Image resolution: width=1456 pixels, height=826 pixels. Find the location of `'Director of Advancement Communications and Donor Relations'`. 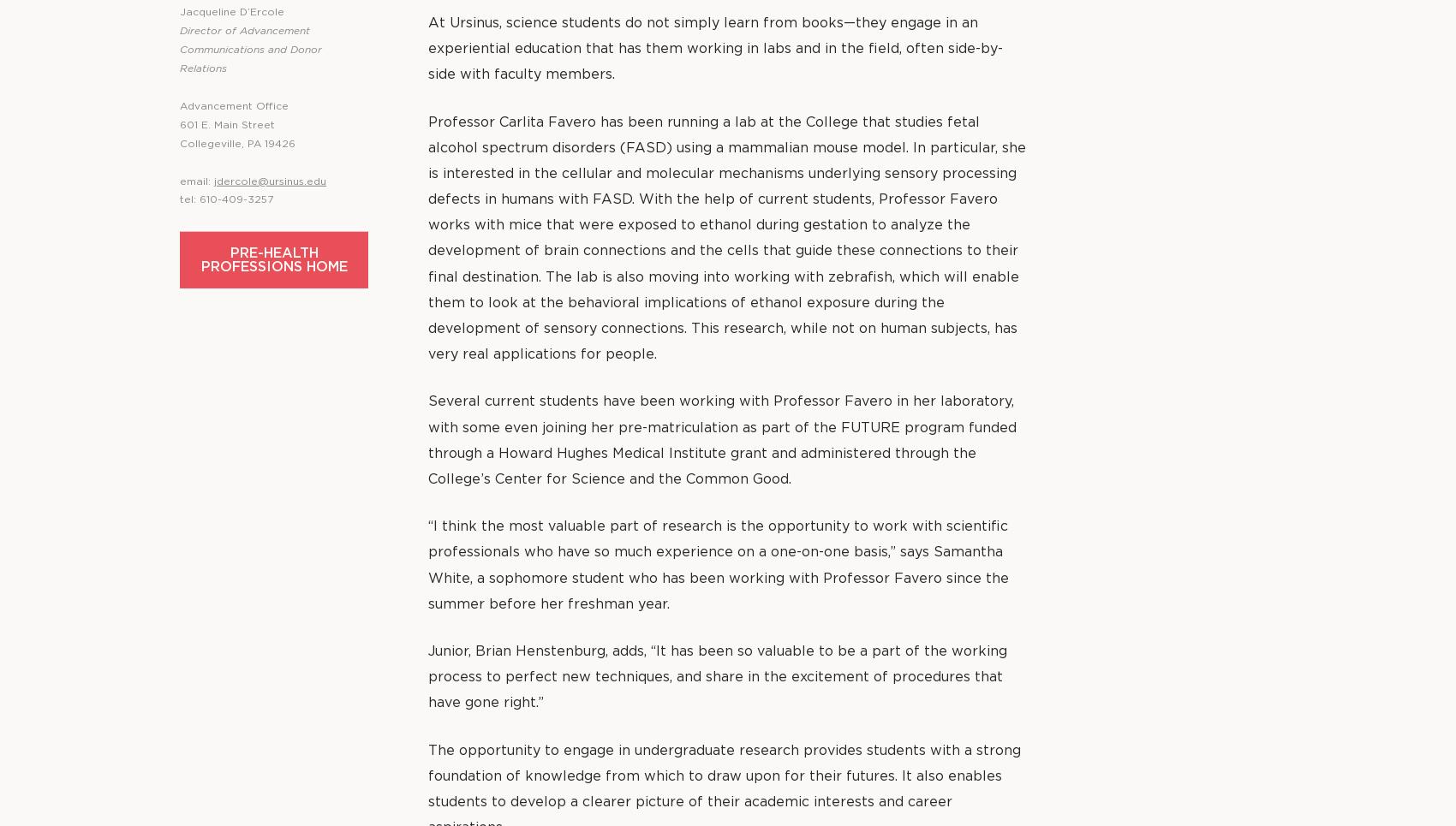

'Director of Advancement Communications and Donor Relations' is located at coordinates (251, 49).